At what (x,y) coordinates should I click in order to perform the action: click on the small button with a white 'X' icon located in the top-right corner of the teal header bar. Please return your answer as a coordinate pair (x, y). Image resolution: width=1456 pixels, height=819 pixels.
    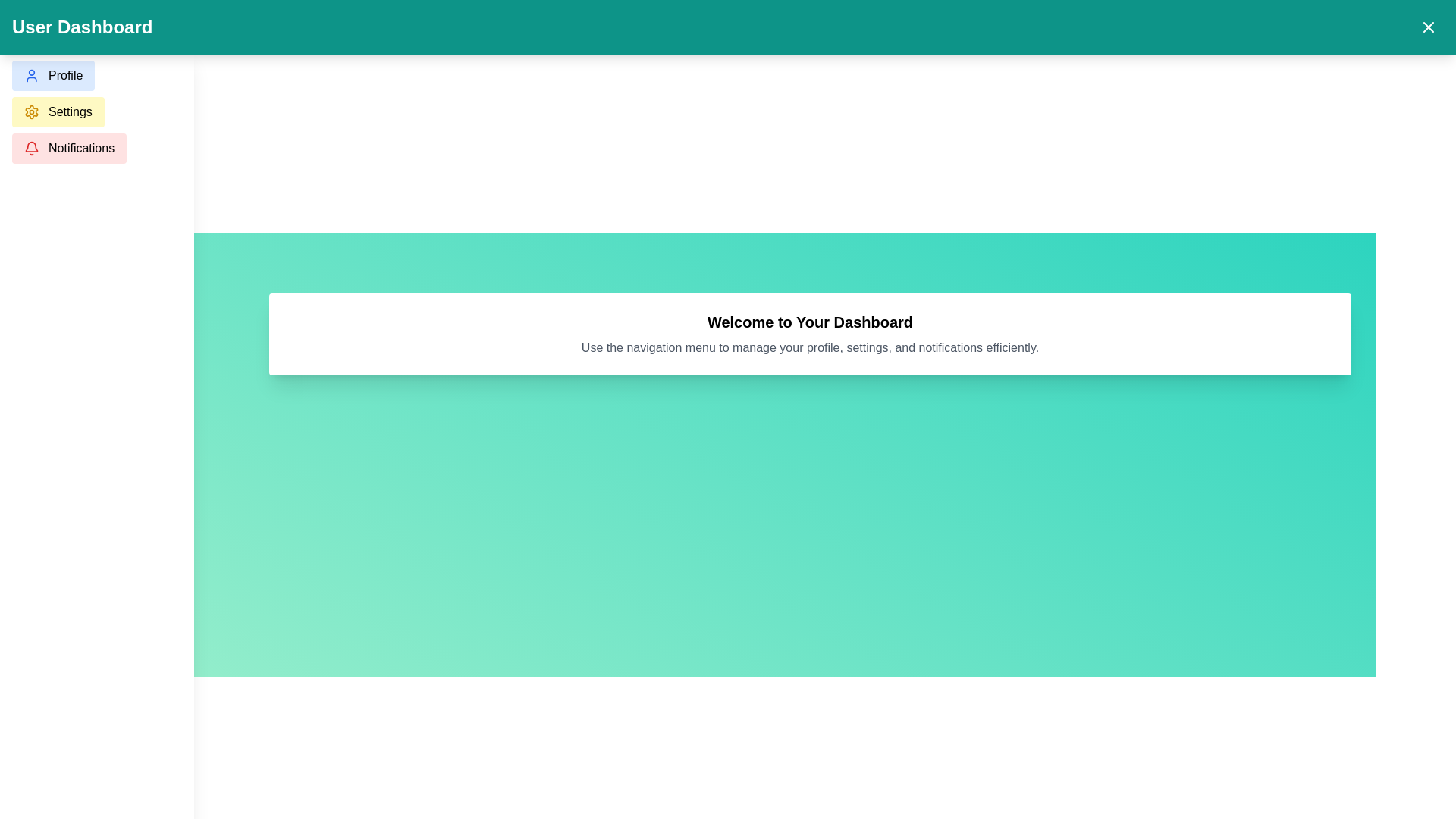
    Looking at the image, I should click on (1427, 27).